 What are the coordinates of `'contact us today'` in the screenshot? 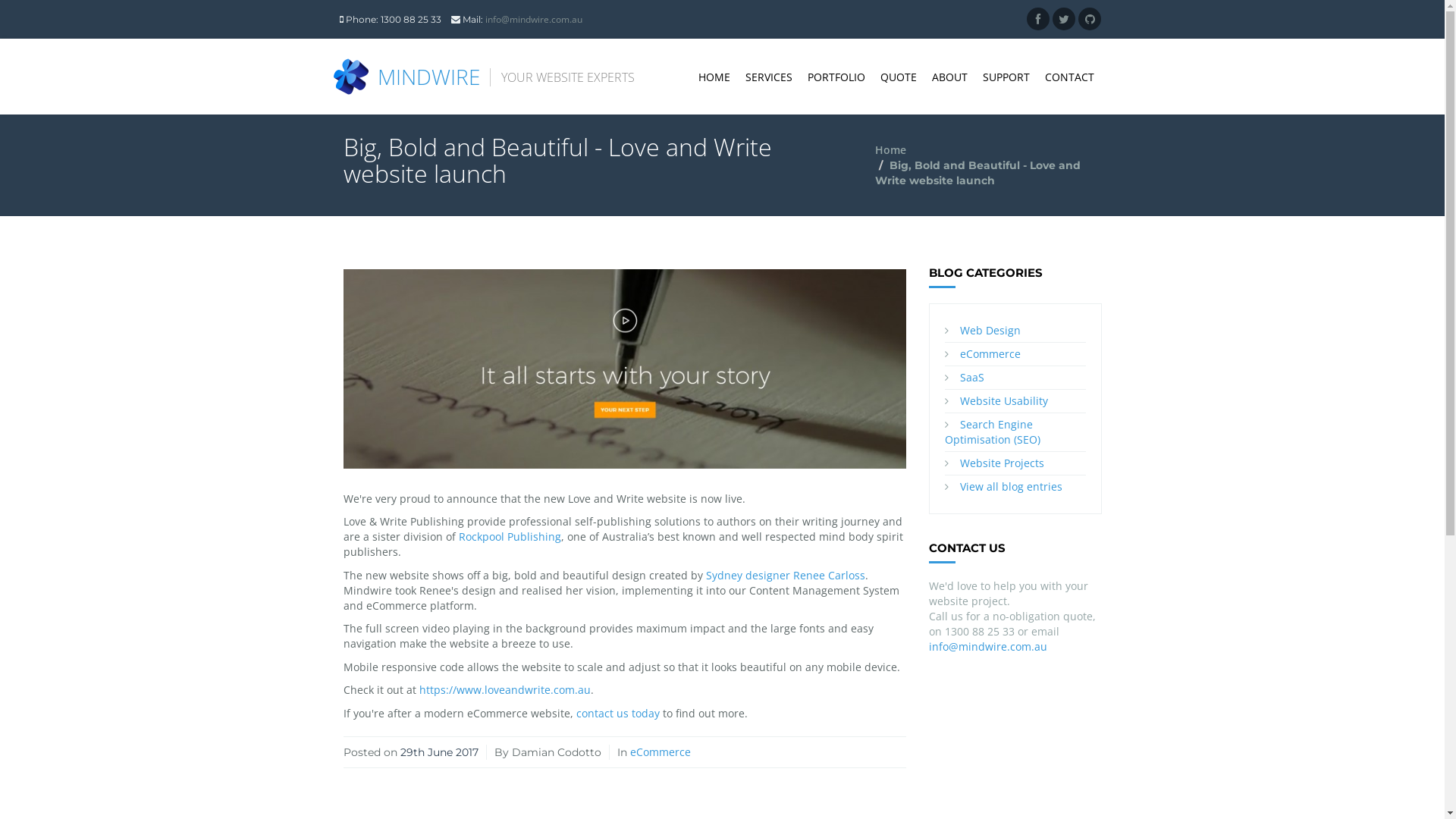 It's located at (618, 713).